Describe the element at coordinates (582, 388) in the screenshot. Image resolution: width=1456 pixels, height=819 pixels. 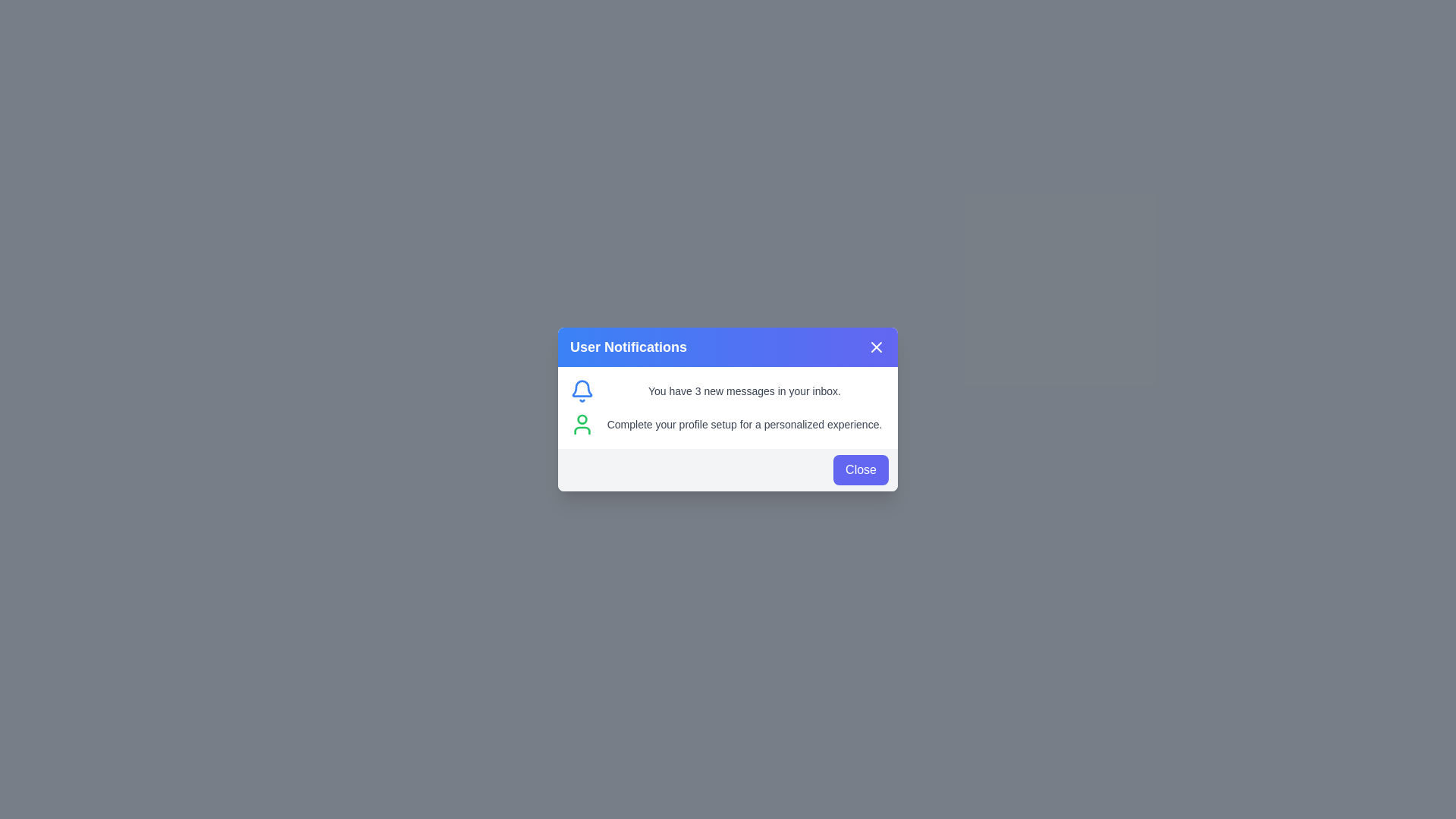
I see `the notification bell icon, which is an outlined bell shape with a blue stroke` at that location.